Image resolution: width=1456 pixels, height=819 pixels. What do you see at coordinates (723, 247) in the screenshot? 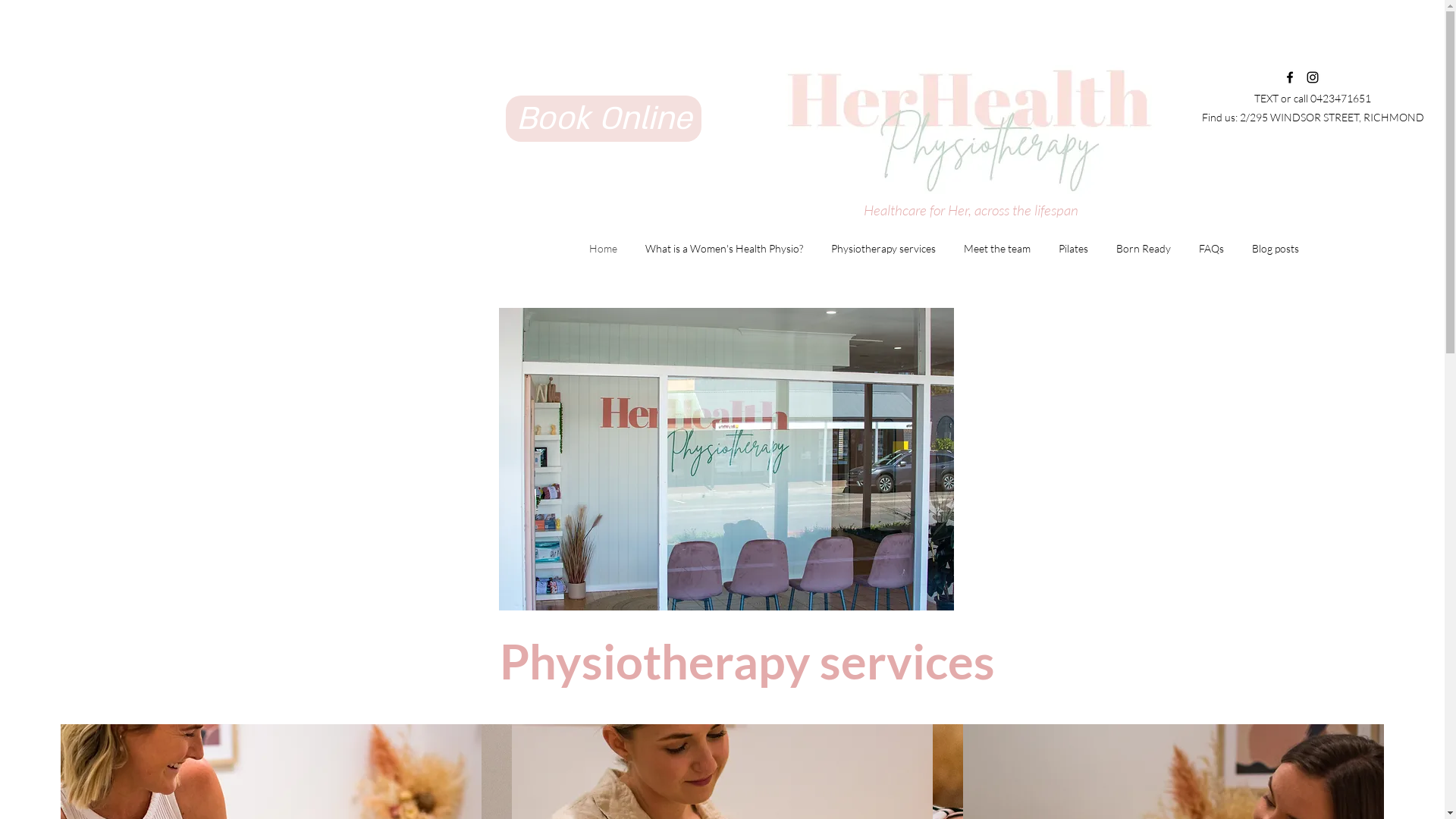
I see `'What is a Women's Health Physio?'` at bounding box center [723, 247].